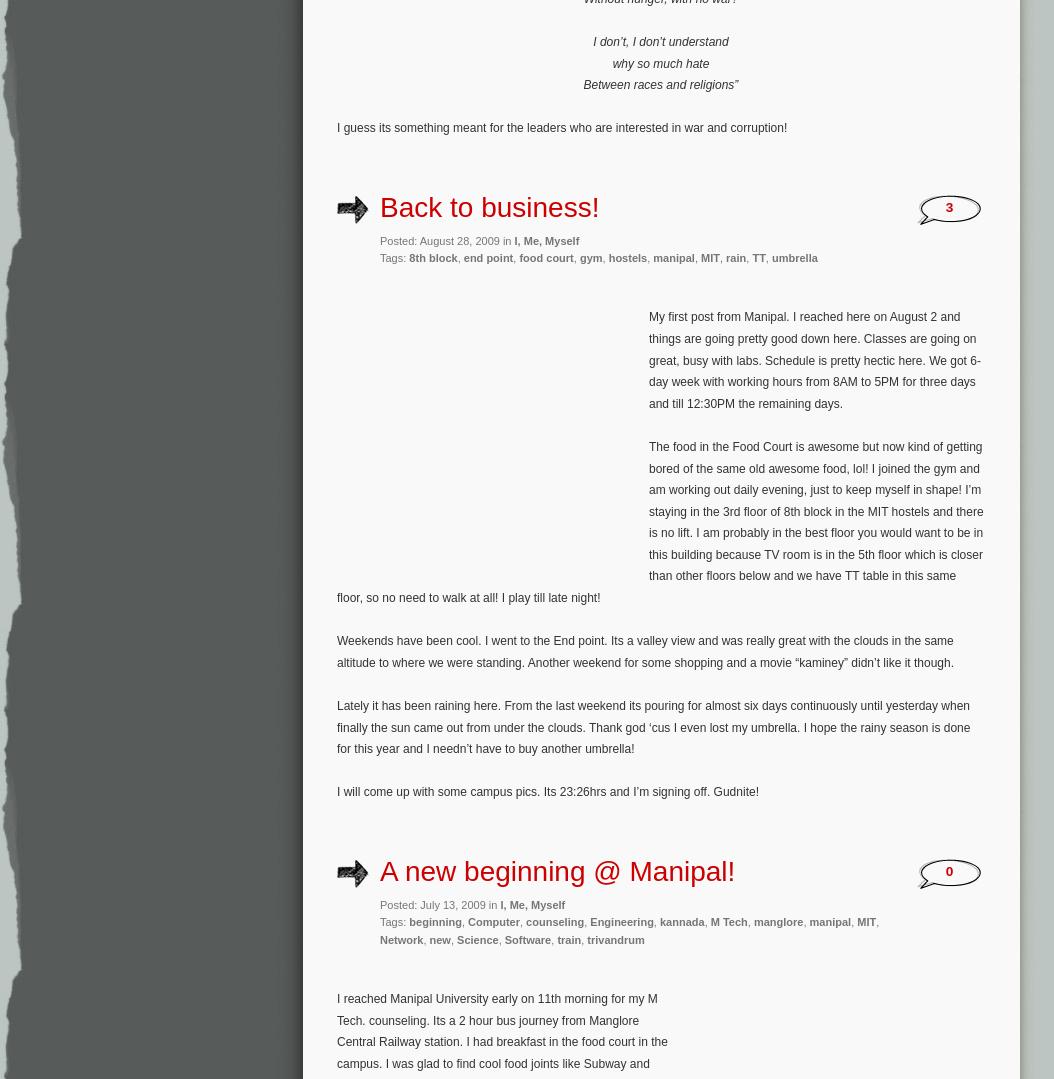  Describe the element at coordinates (660, 85) in the screenshot. I see `'Between races and religions”'` at that location.